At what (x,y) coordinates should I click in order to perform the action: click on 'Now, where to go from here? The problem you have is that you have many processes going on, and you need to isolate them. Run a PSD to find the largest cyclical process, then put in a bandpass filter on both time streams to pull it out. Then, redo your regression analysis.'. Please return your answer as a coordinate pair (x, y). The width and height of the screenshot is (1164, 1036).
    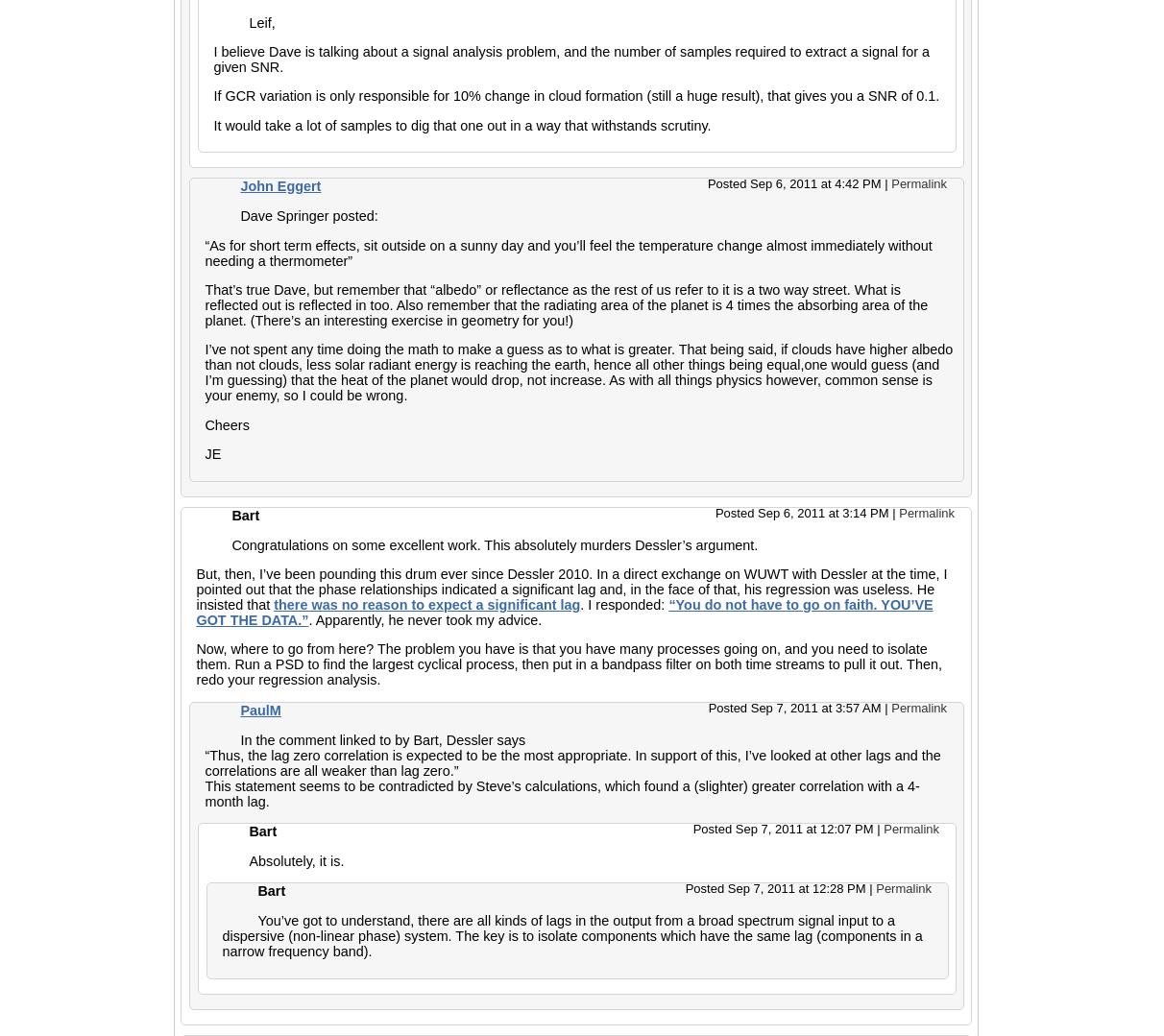
    Looking at the image, I should click on (568, 663).